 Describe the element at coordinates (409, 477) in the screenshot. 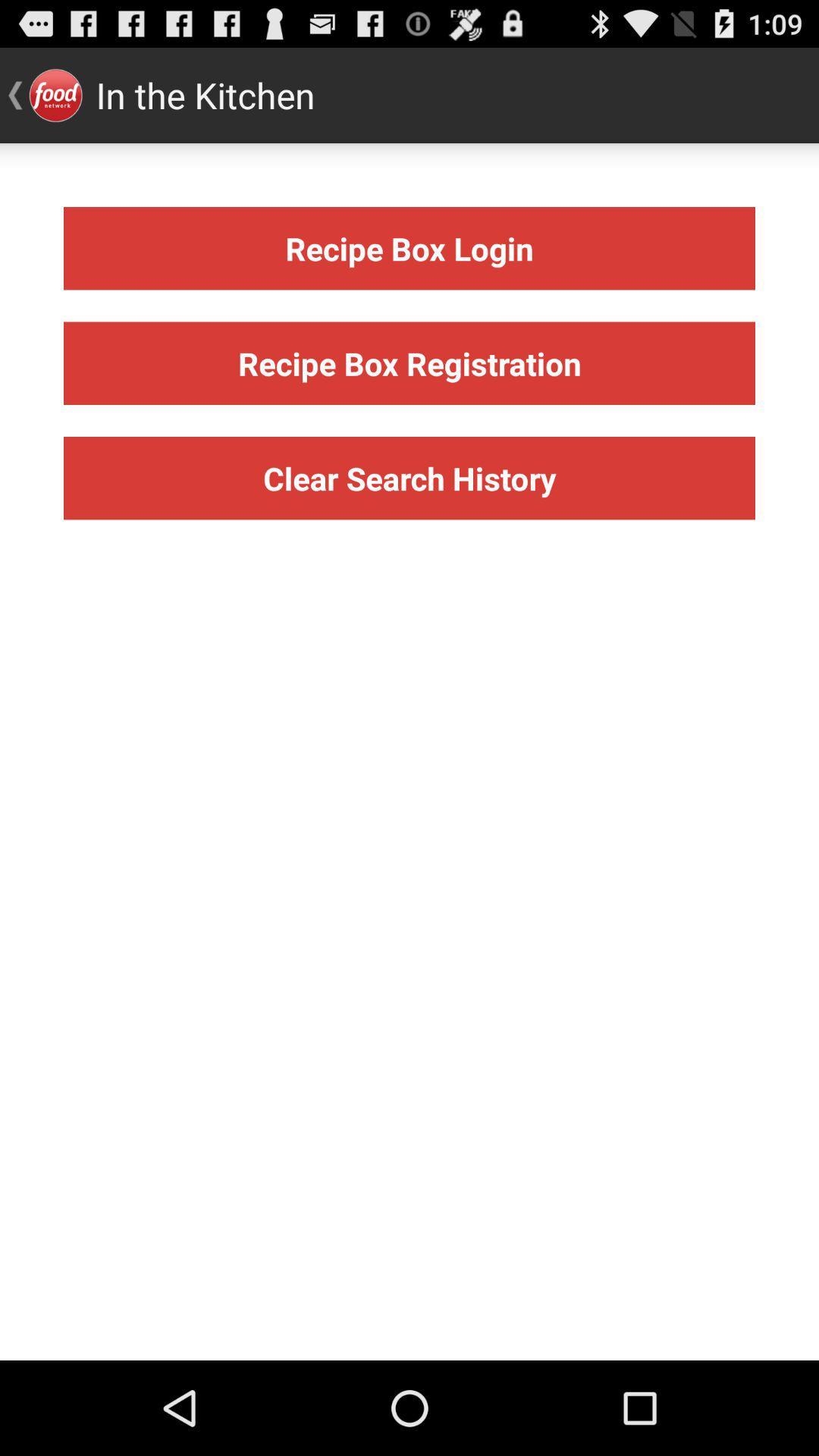

I see `the icon below the recipe box registration item` at that location.